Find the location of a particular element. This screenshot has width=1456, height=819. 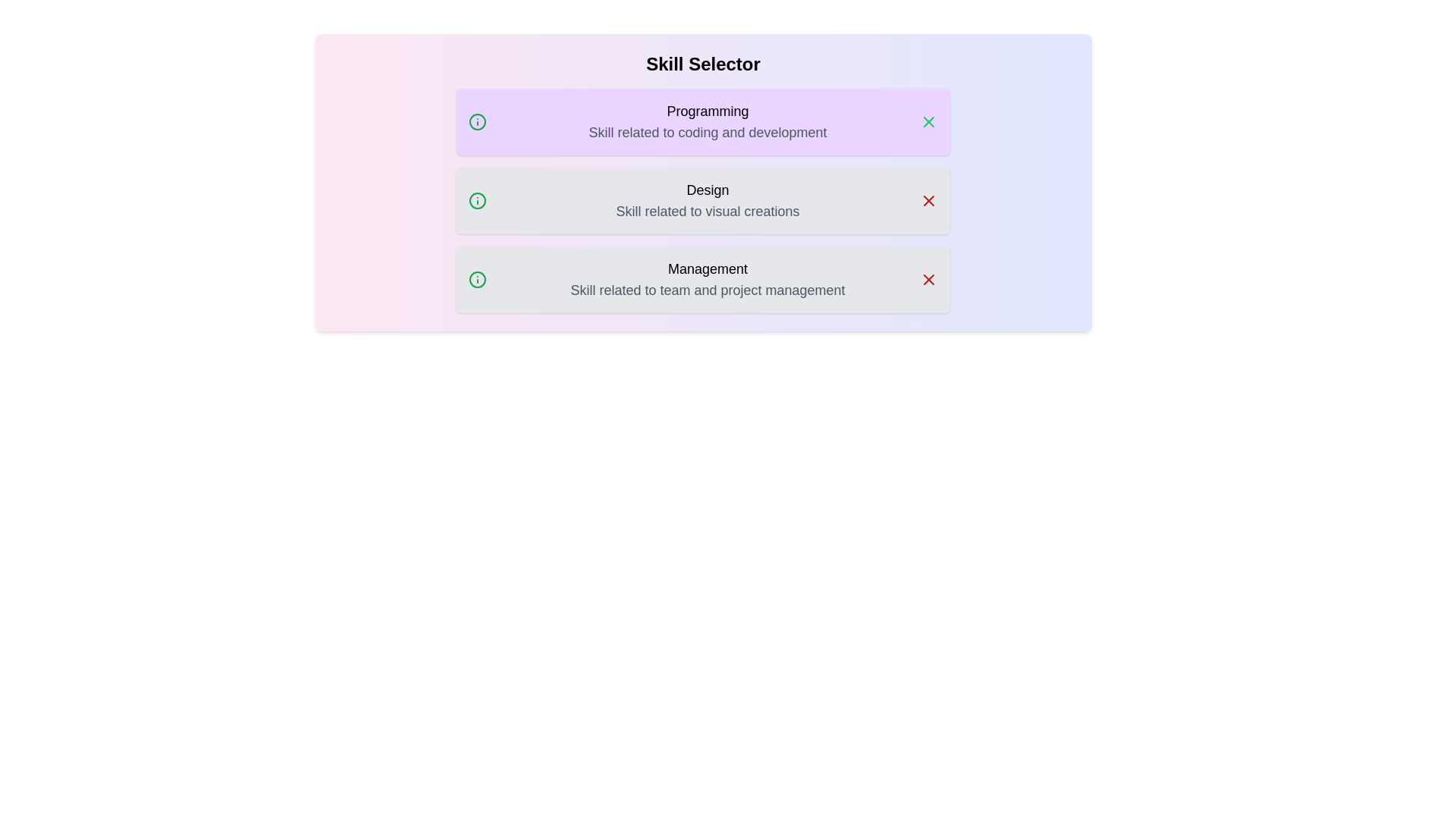

the skill Design is located at coordinates (702, 200).